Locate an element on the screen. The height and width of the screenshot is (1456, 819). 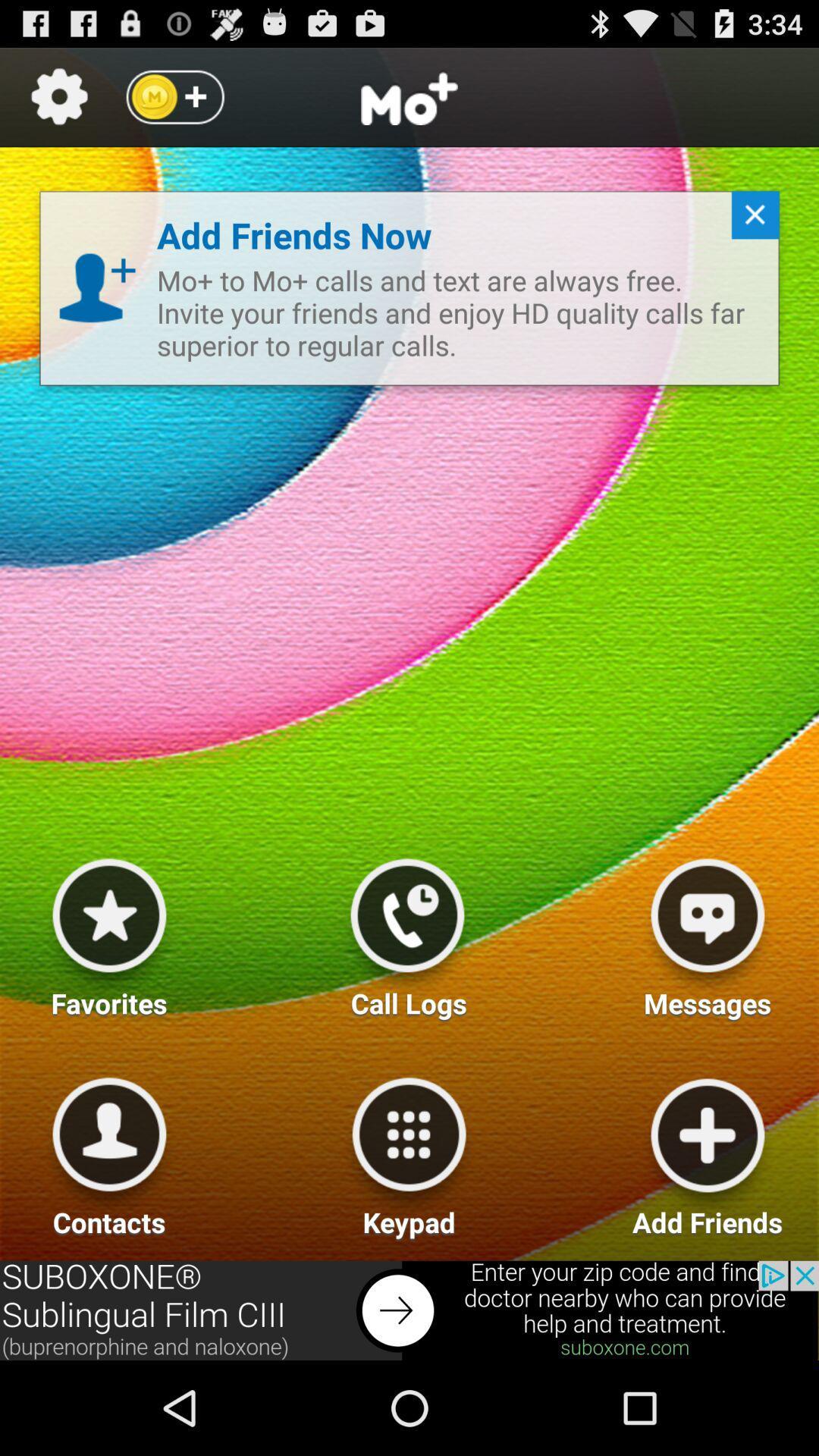
close button is located at coordinates (748, 221).